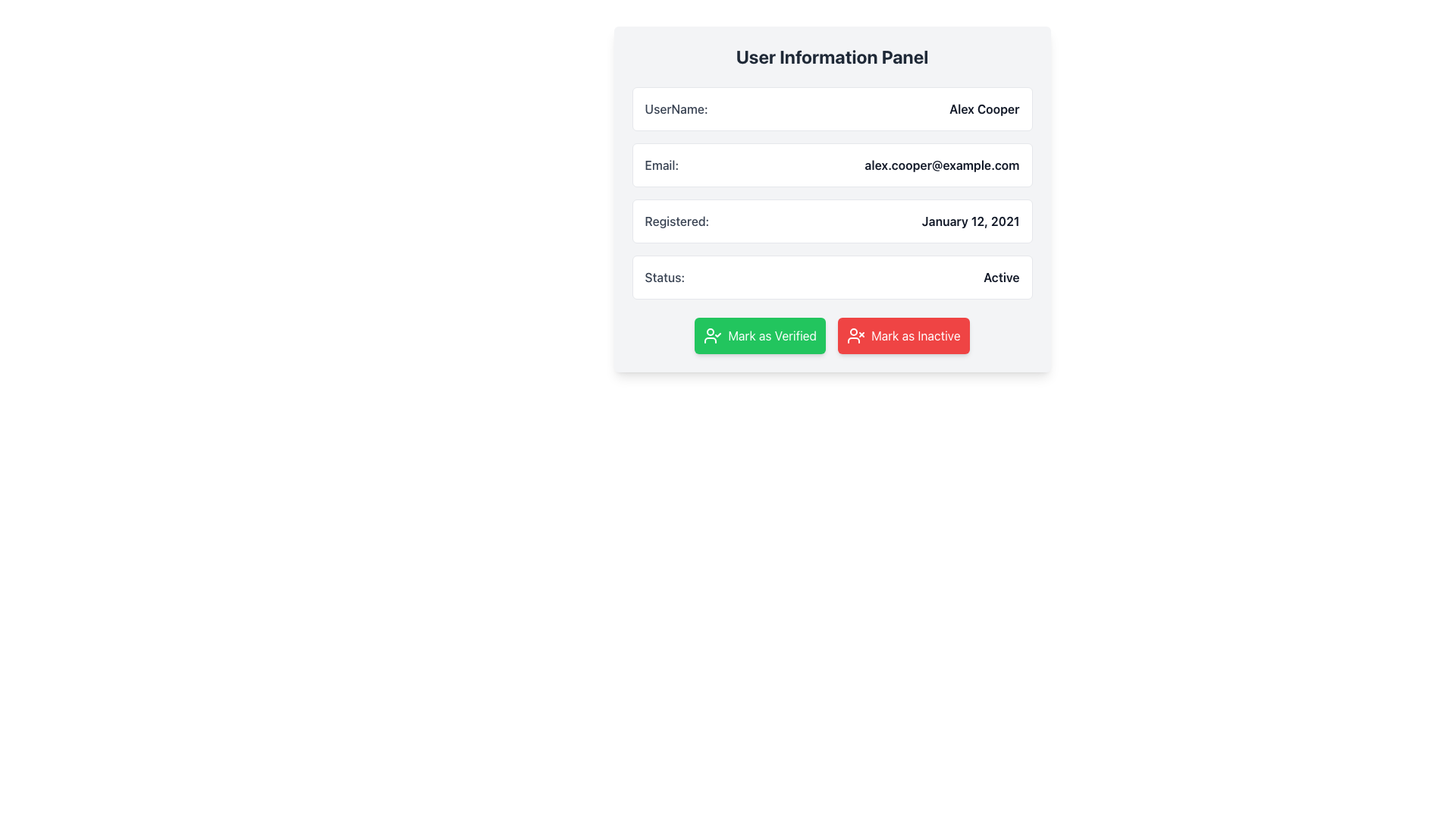 The image size is (1456, 819). I want to click on the text label 'Email:' which is styled with gray color and medium font weight, positioned on the left side of the email address in the user information panel, so click(661, 165).